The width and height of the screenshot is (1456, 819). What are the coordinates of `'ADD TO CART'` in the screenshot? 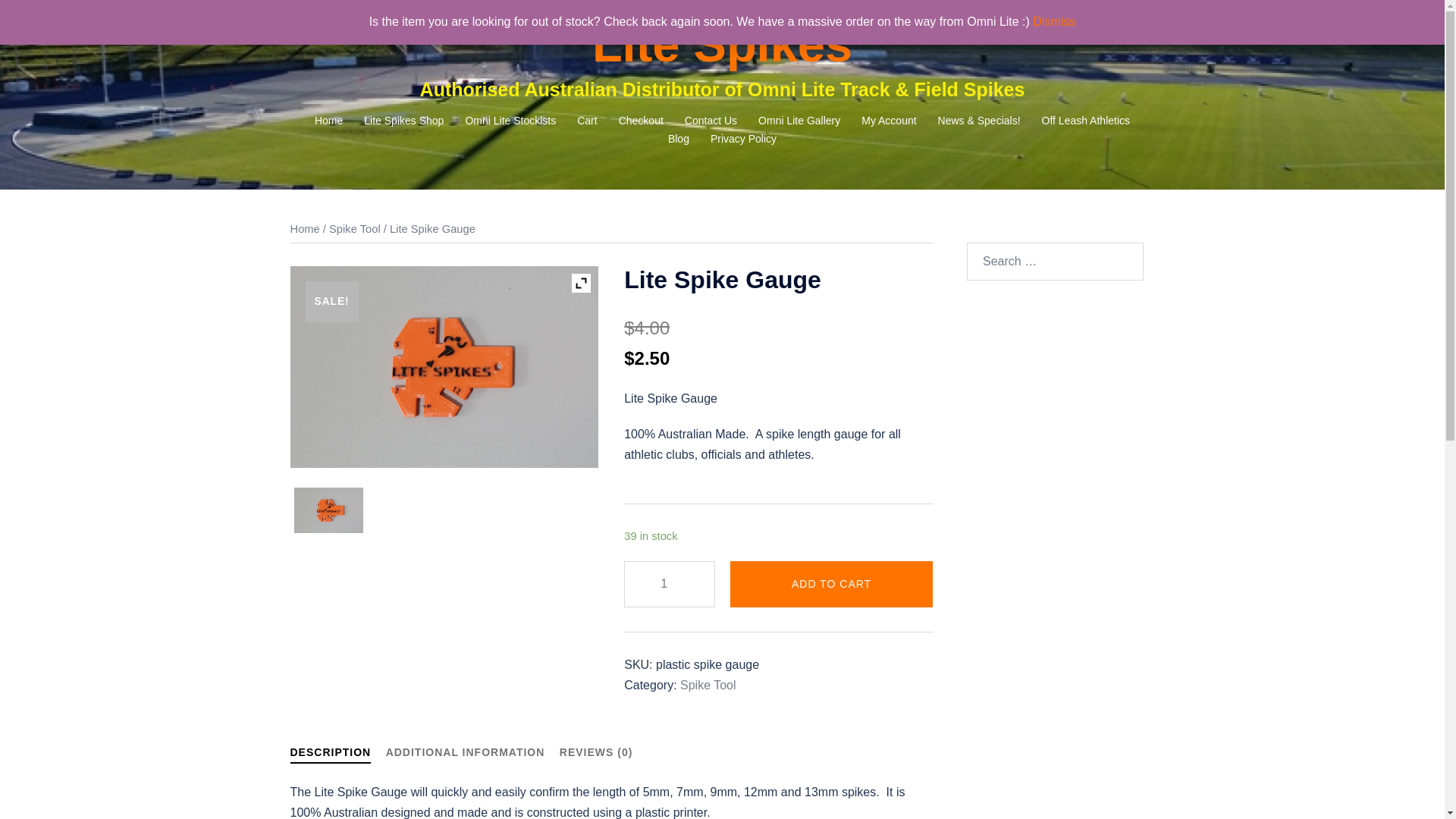 It's located at (830, 583).